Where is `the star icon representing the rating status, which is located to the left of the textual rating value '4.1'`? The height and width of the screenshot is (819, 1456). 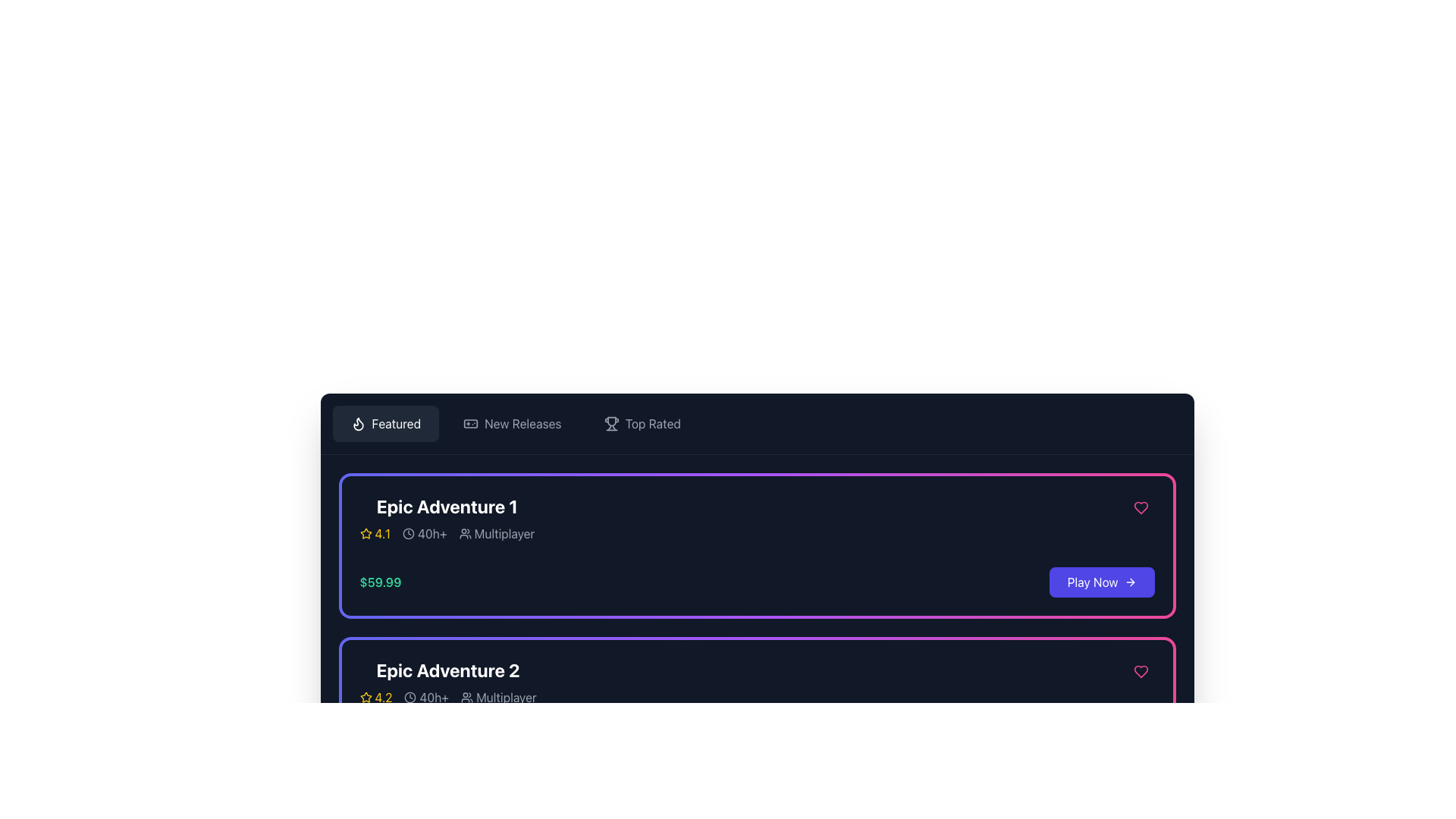
the star icon representing the rating status, which is located to the left of the textual rating value '4.1' is located at coordinates (366, 533).